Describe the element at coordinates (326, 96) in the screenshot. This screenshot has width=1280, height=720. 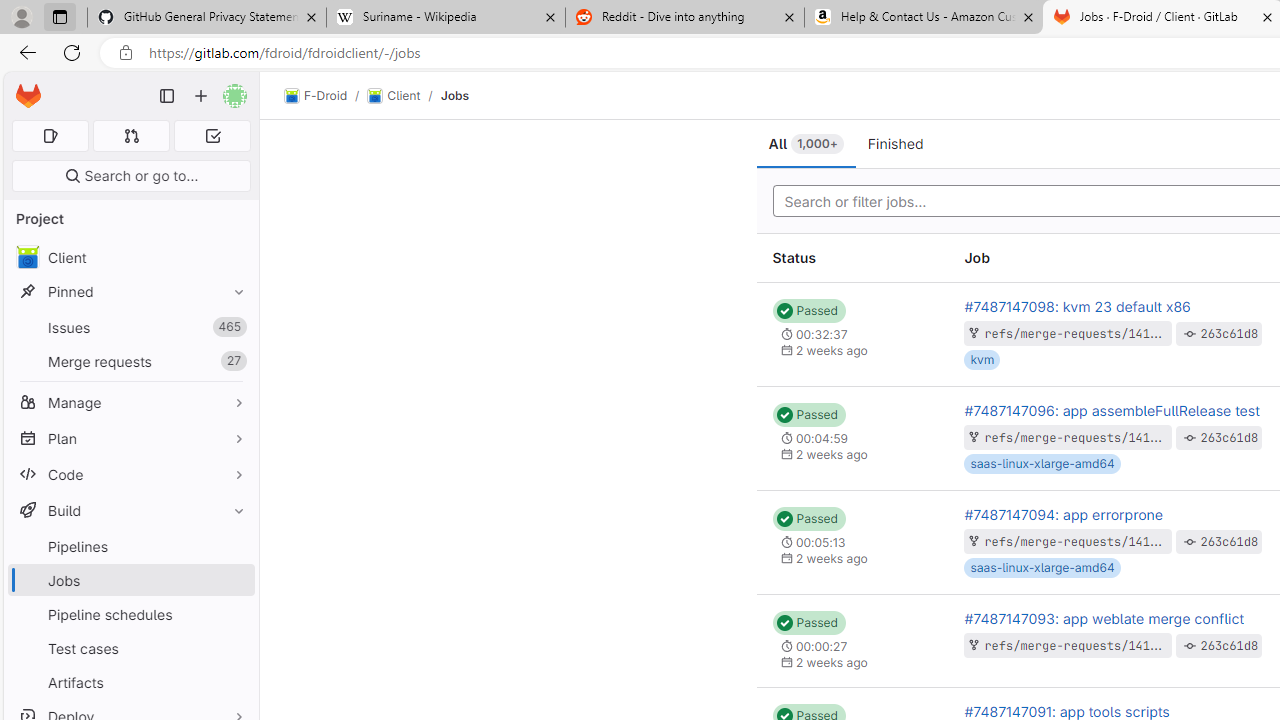
I see `'F-Droid/'` at that location.